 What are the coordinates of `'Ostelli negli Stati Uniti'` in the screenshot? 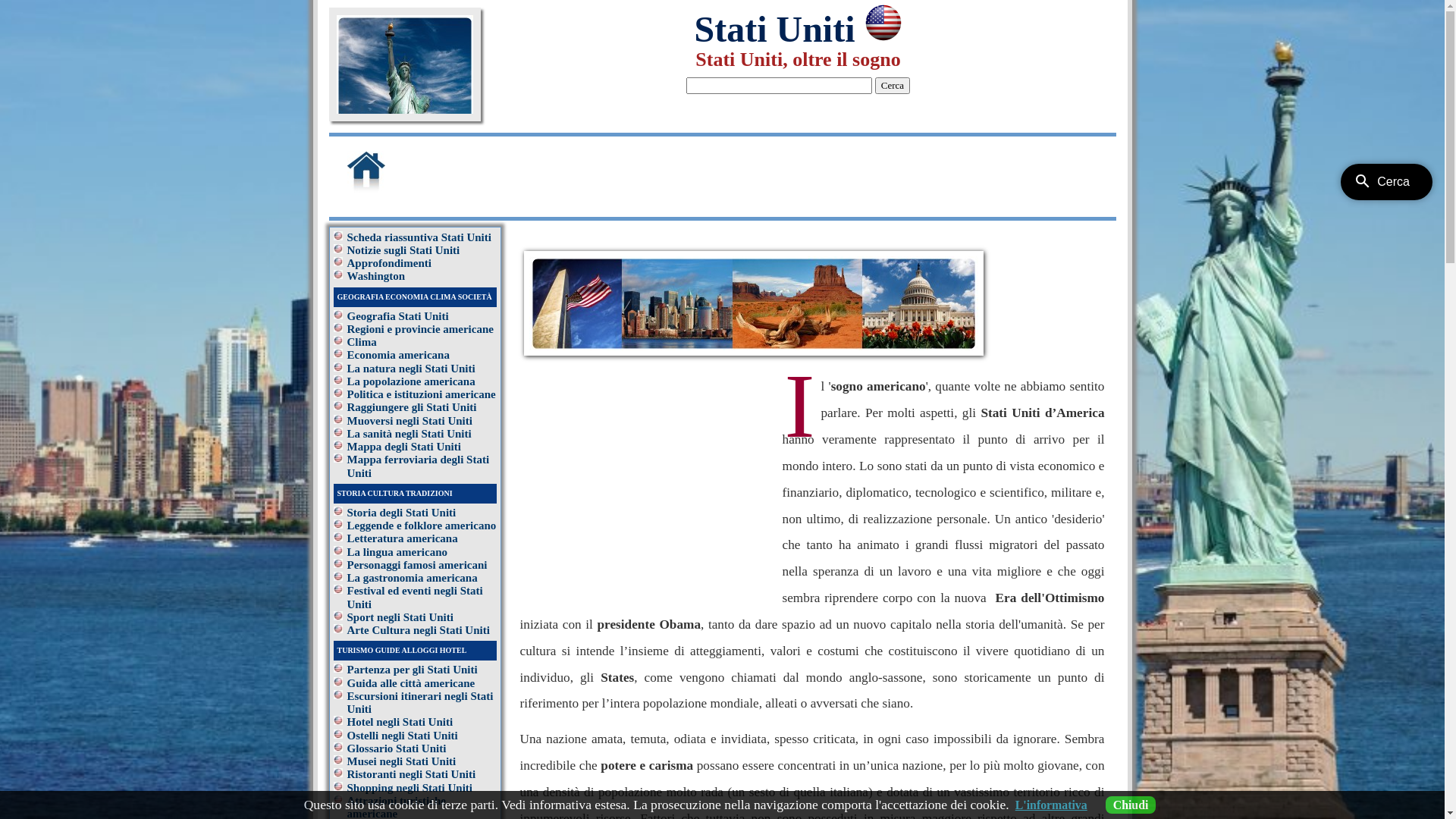 It's located at (346, 734).